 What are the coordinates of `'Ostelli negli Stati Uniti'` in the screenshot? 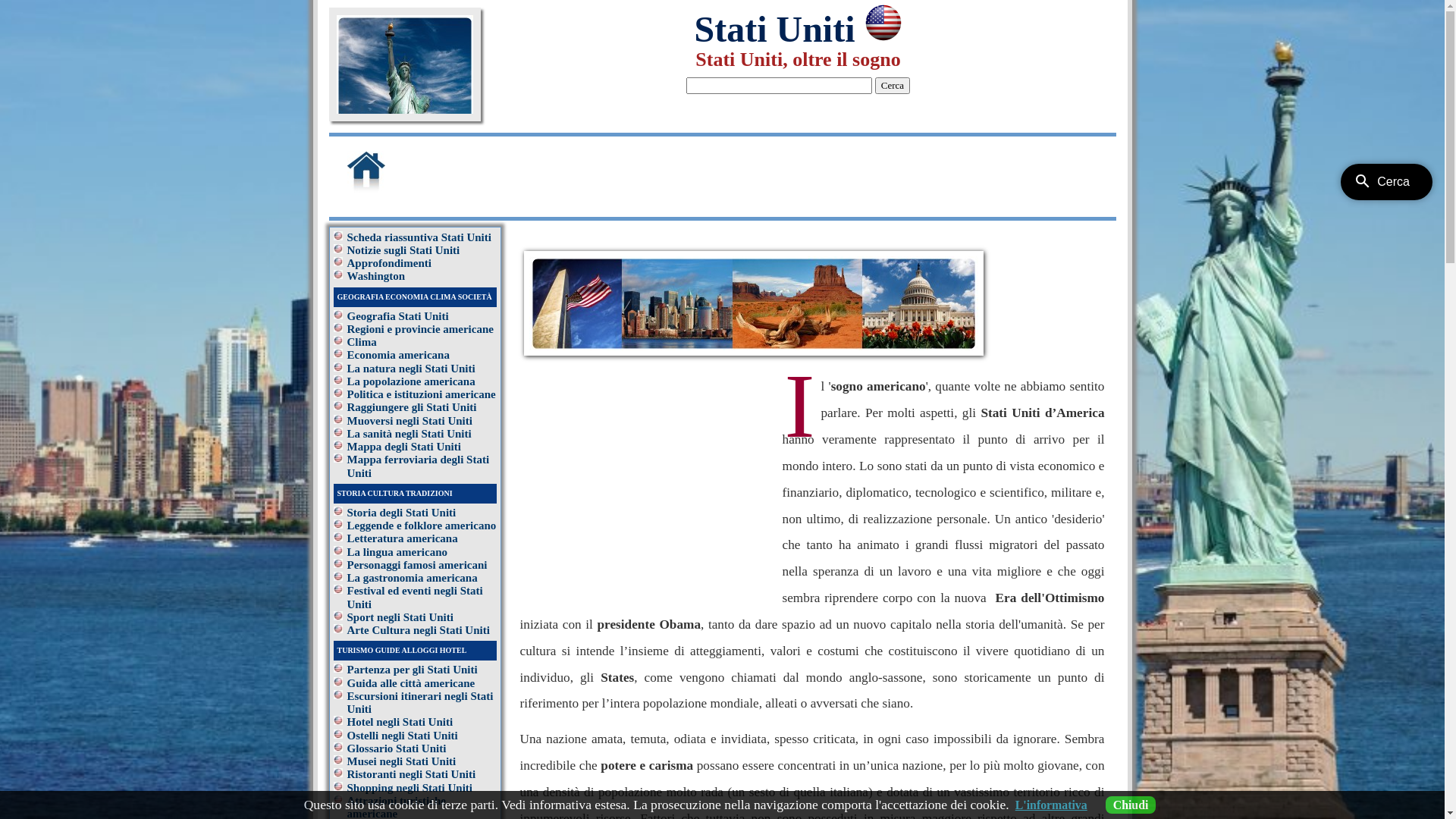 It's located at (346, 734).